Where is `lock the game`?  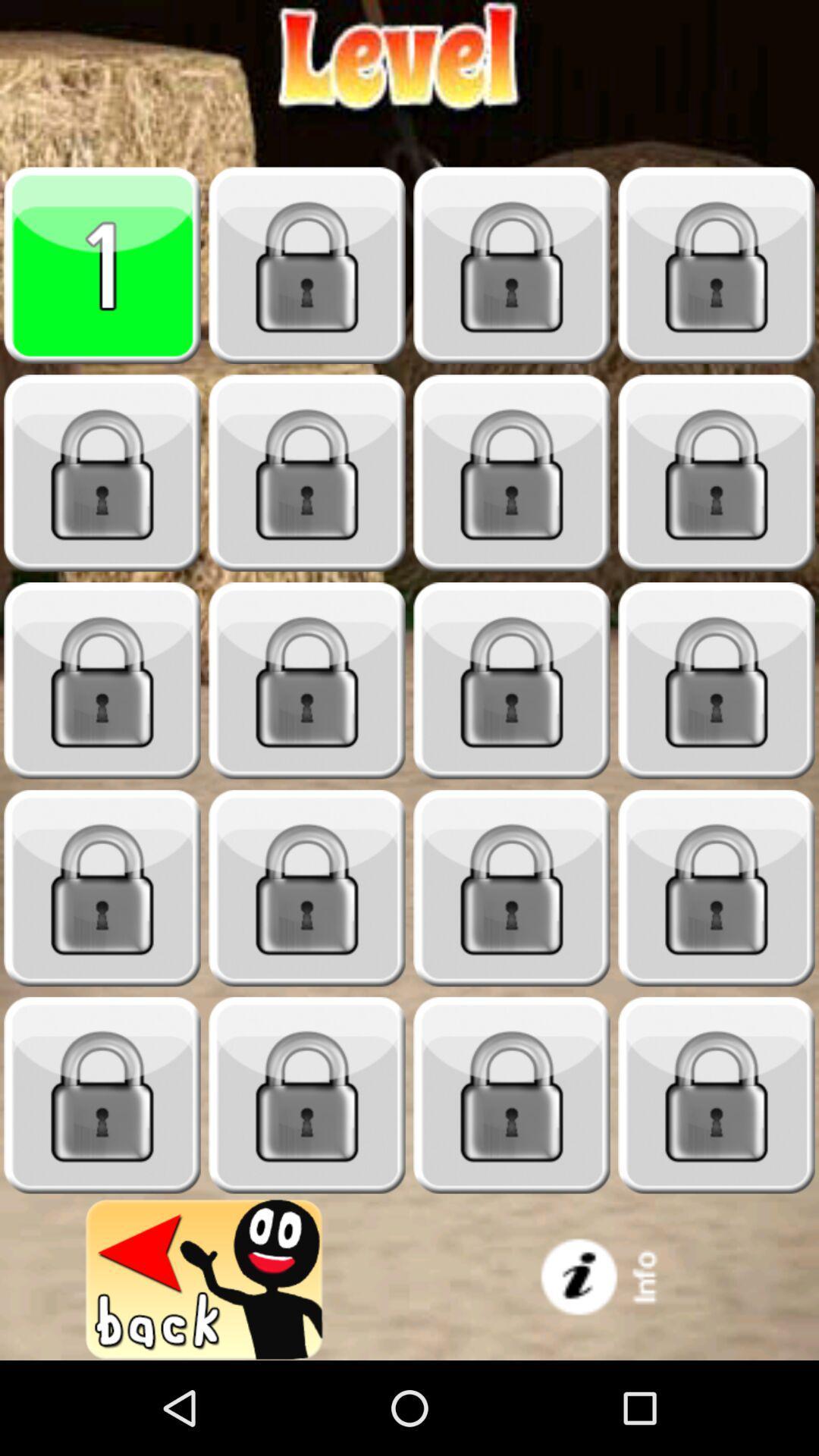 lock the game is located at coordinates (102, 888).